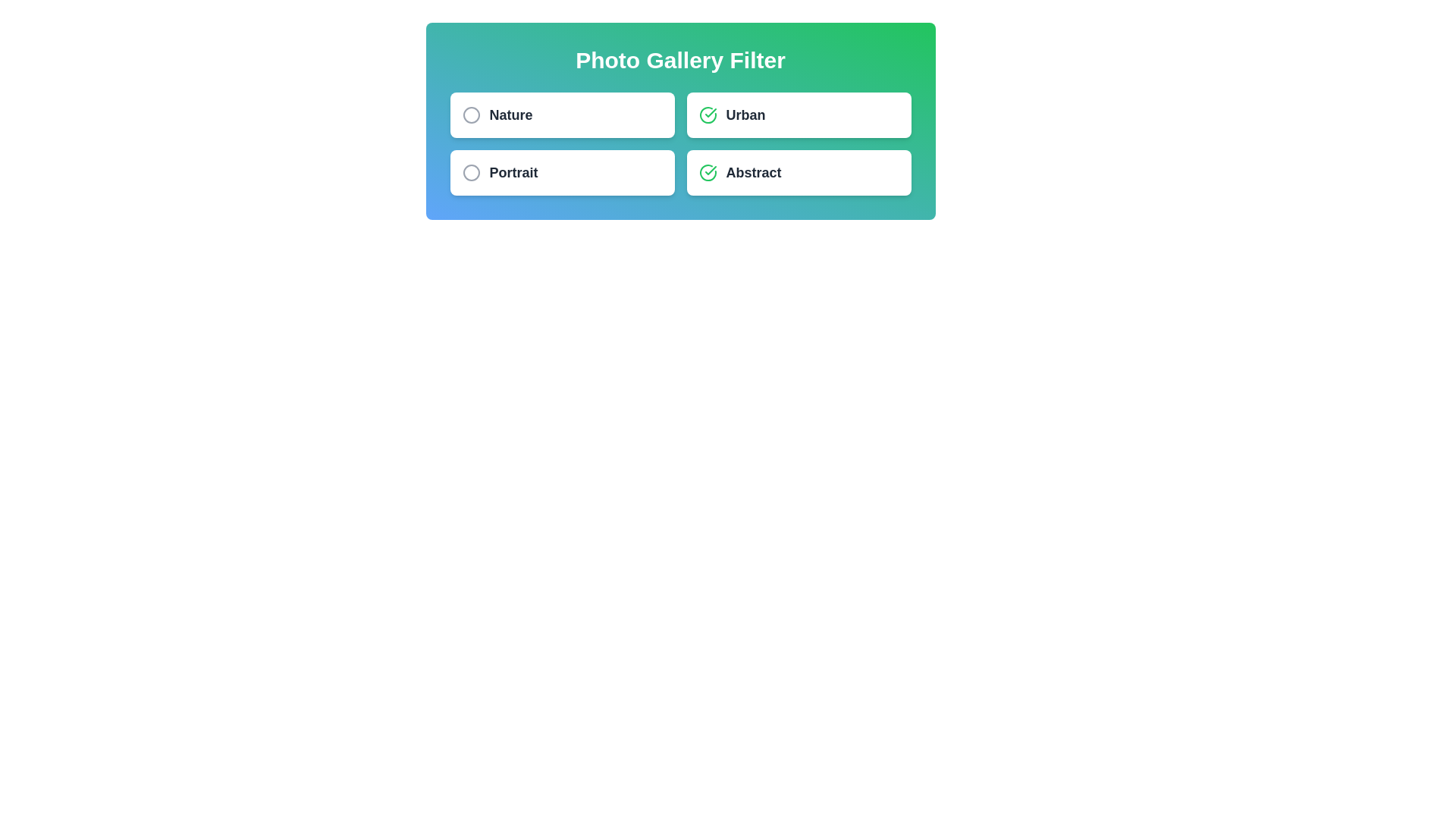  I want to click on the filter item Portrait, so click(561, 171).